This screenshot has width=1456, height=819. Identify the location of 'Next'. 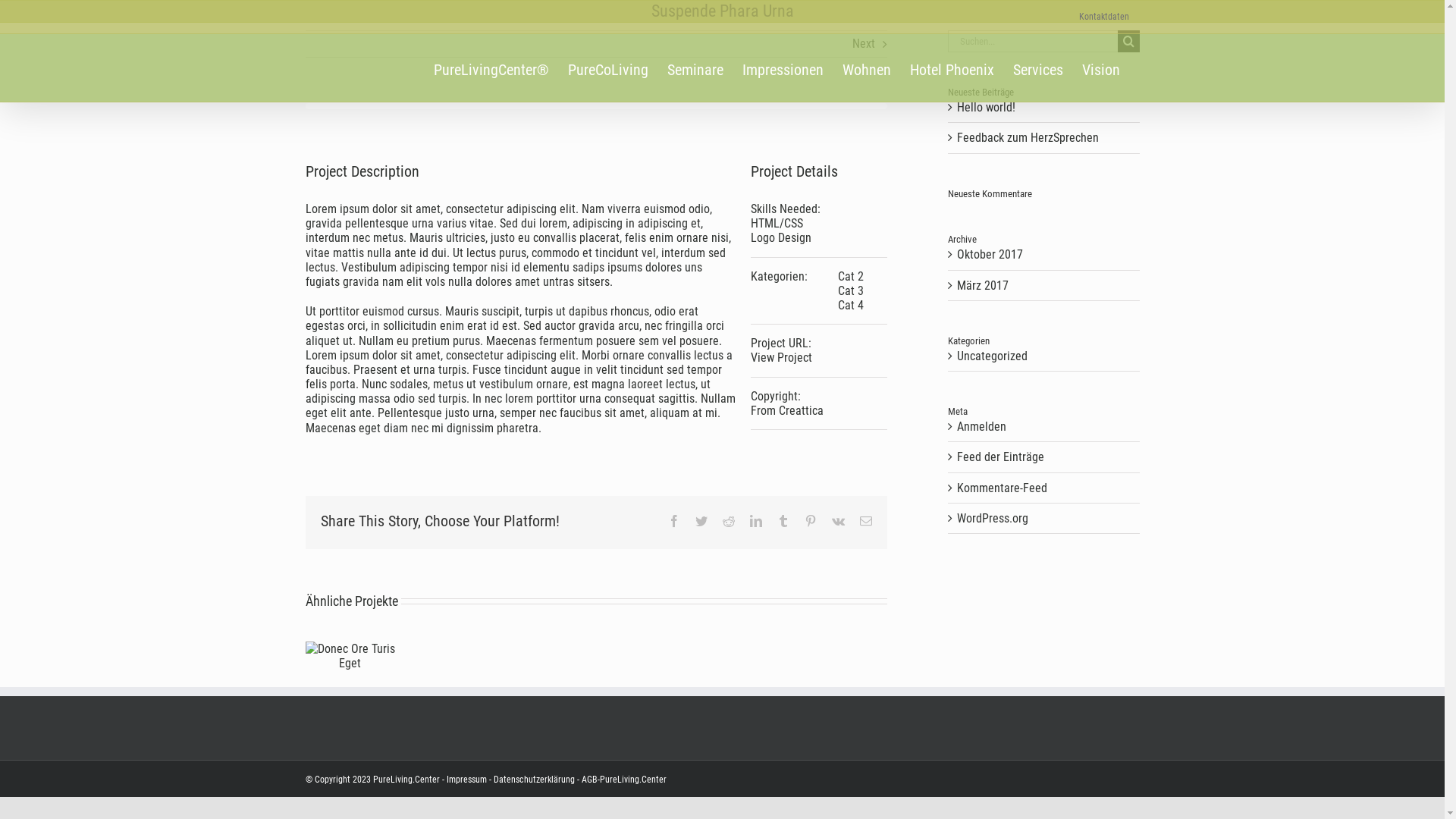
(863, 42).